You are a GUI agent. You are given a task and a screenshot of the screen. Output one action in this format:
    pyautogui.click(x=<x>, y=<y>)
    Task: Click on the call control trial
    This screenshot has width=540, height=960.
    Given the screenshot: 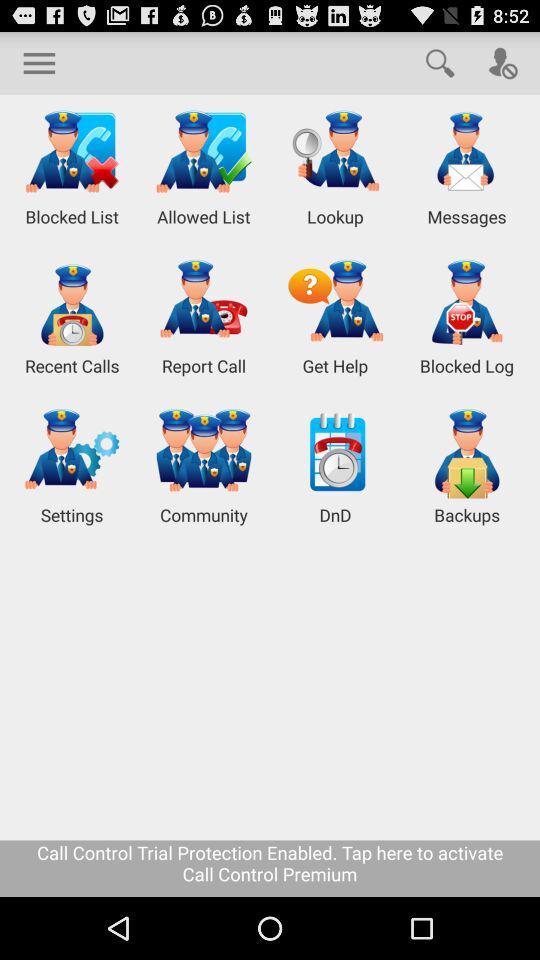 What is the action you would take?
    pyautogui.click(x=270, y=867)
    